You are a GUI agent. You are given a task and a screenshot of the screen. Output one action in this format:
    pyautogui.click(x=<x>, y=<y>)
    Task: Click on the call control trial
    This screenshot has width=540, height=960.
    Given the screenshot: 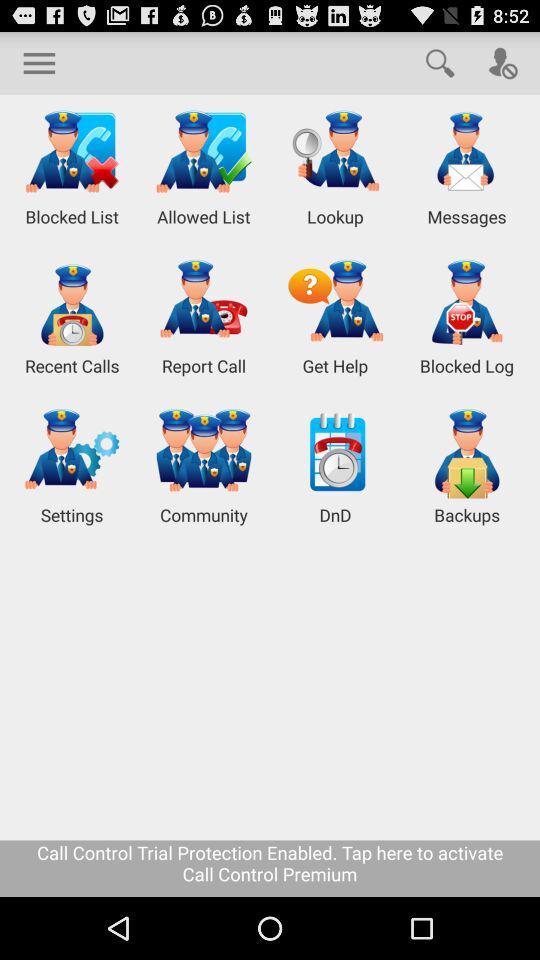 What is the action you would take?
    pyautogui.click(x=270, y=867)
    